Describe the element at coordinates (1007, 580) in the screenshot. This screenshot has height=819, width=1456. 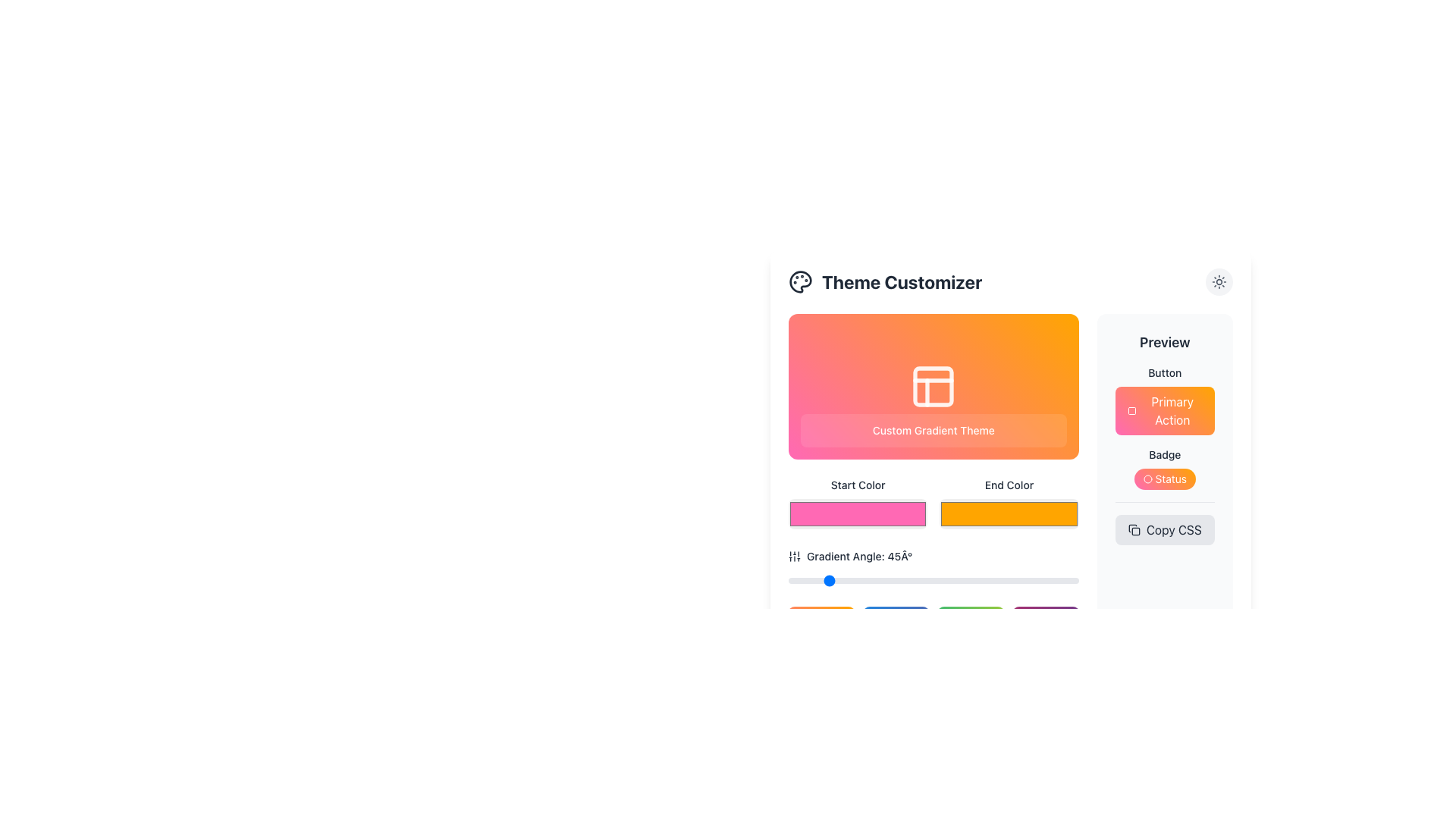
I see `the gradient angle` at that location.